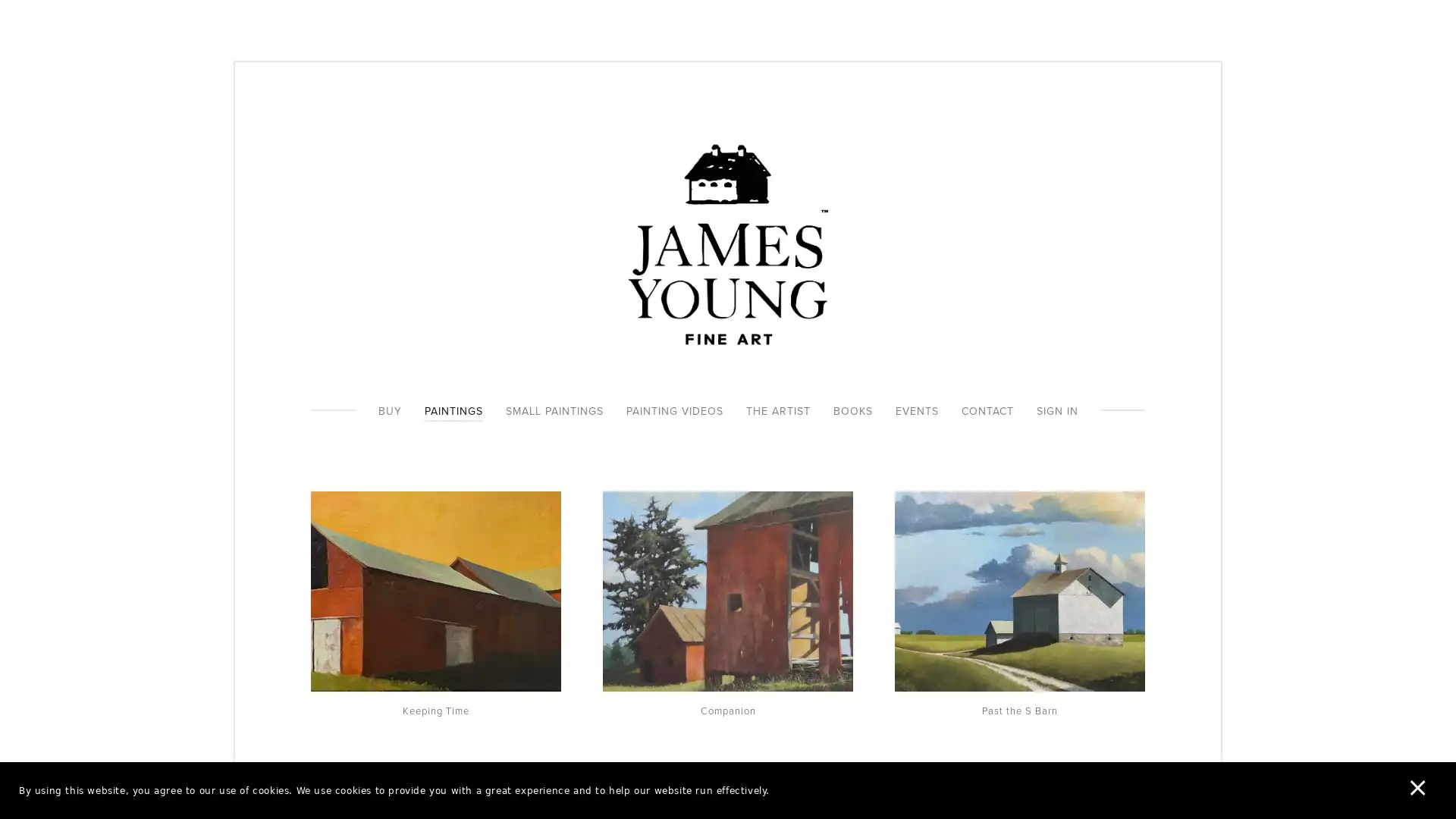  Describe the element at coordinates (728, 500) in the screenshot. I see `Sign Up!` at that location.